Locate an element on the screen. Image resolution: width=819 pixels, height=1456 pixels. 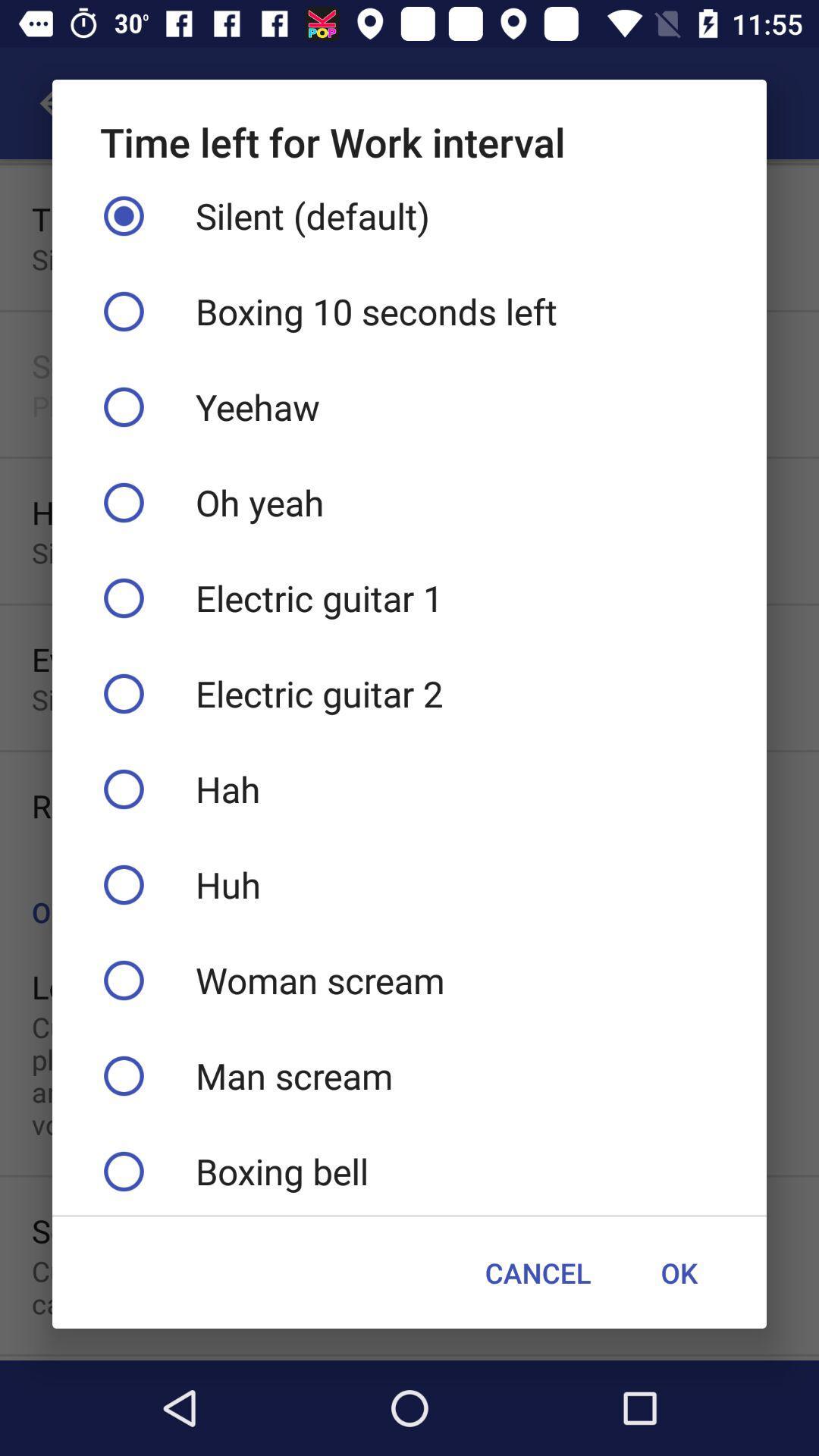
the item next to the cancel item is located at coordinates (678, 1272).